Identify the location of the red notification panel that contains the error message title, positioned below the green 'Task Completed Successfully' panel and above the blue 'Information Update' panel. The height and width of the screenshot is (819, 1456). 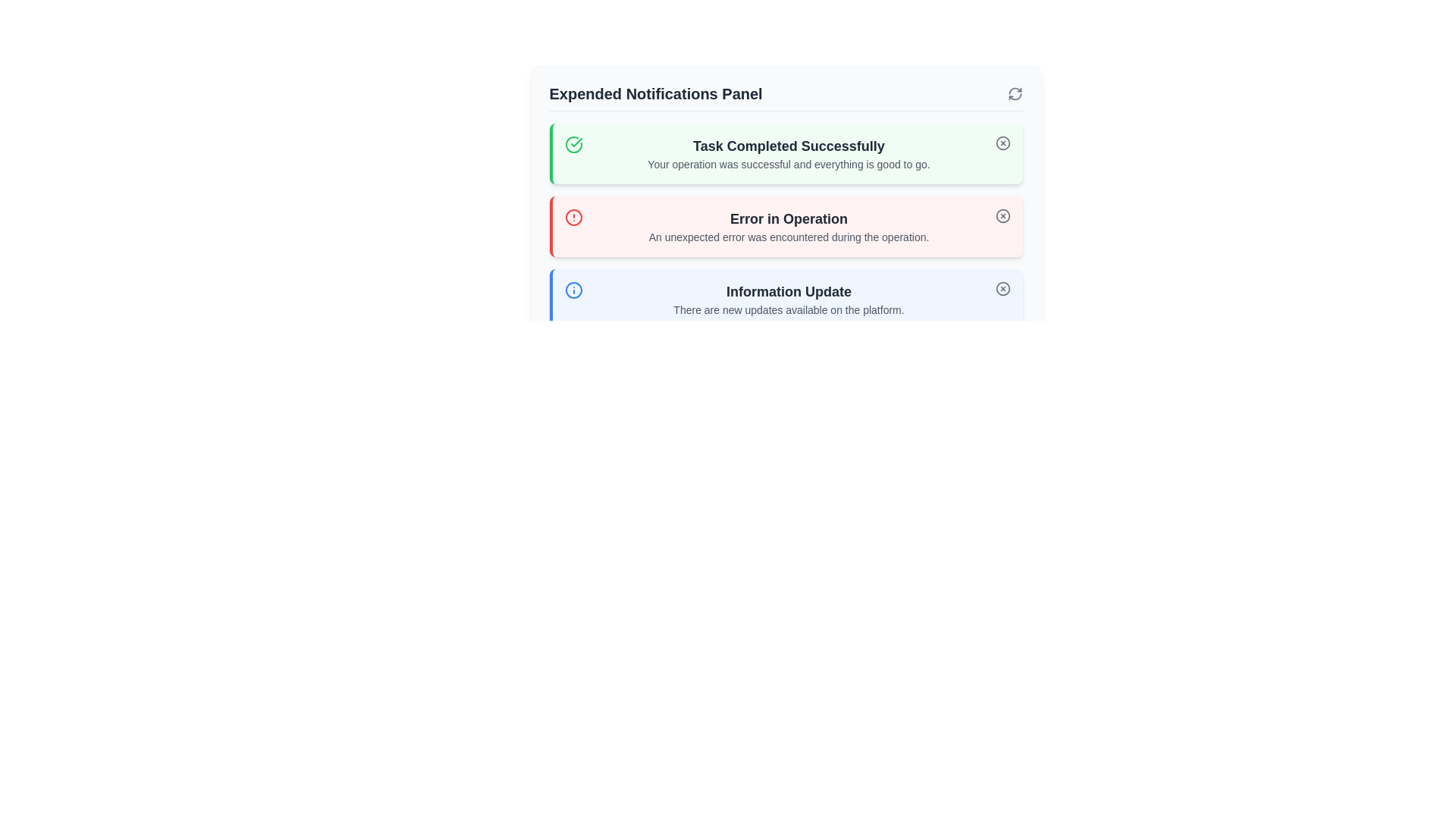
(789, 219).